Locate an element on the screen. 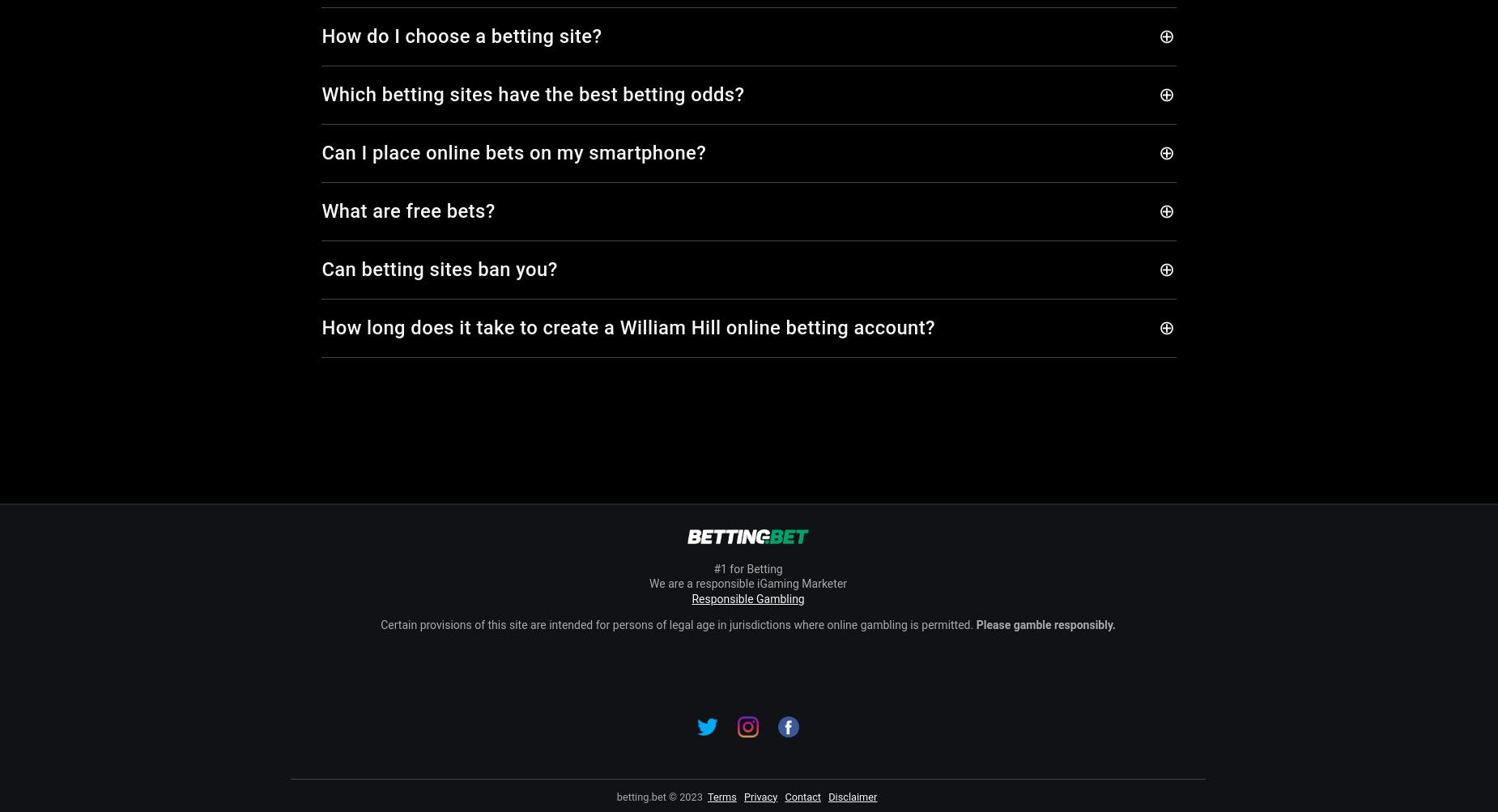 The width and height of the screenshot is (1498, 812). '#1 for Betting' is located at coordinates (747, 568).